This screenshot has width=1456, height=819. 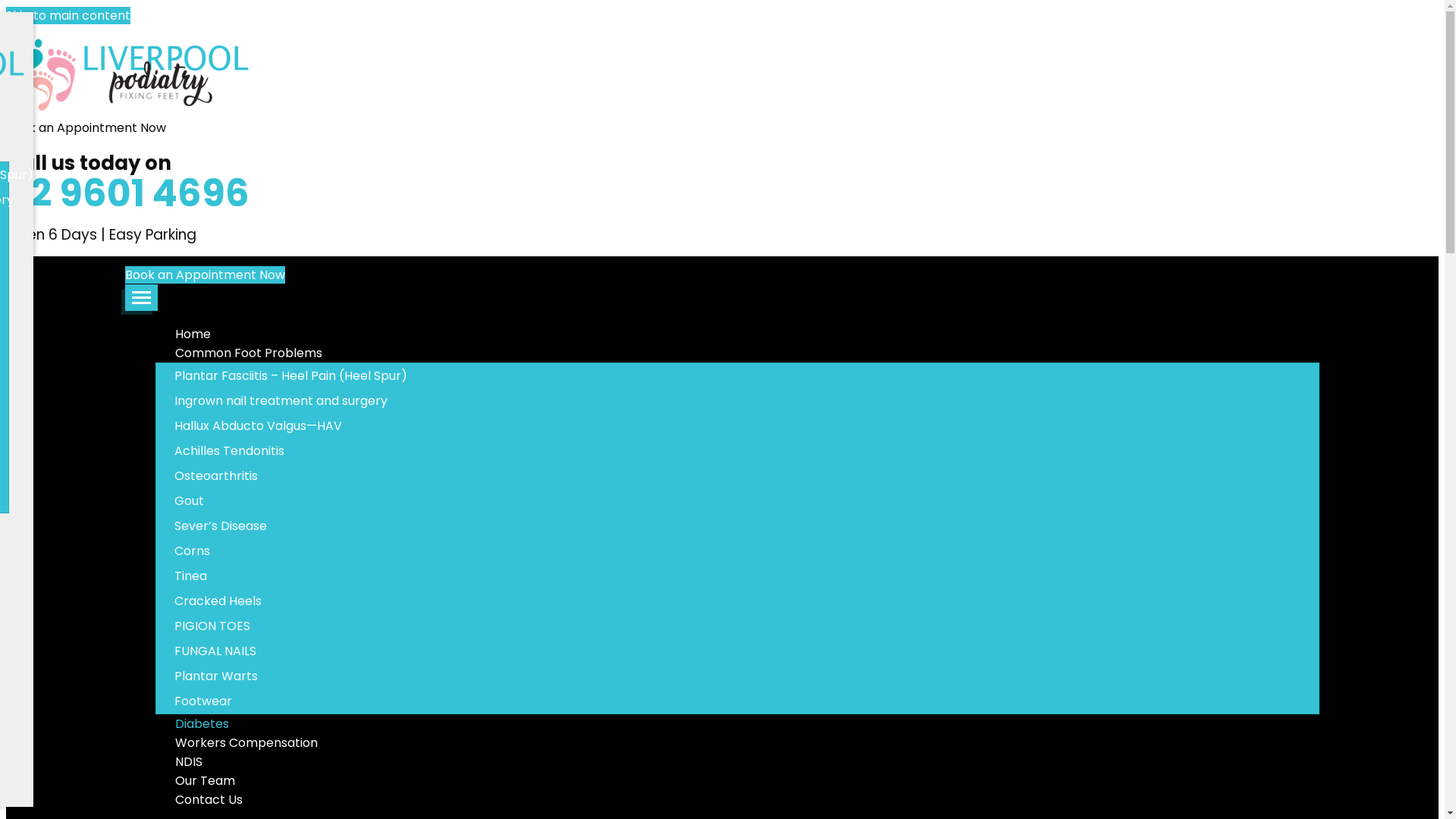 What do you see at coordinates (155, 780) in the screenshot?
I see `'Our Team'` at bounding box center [155, 780].